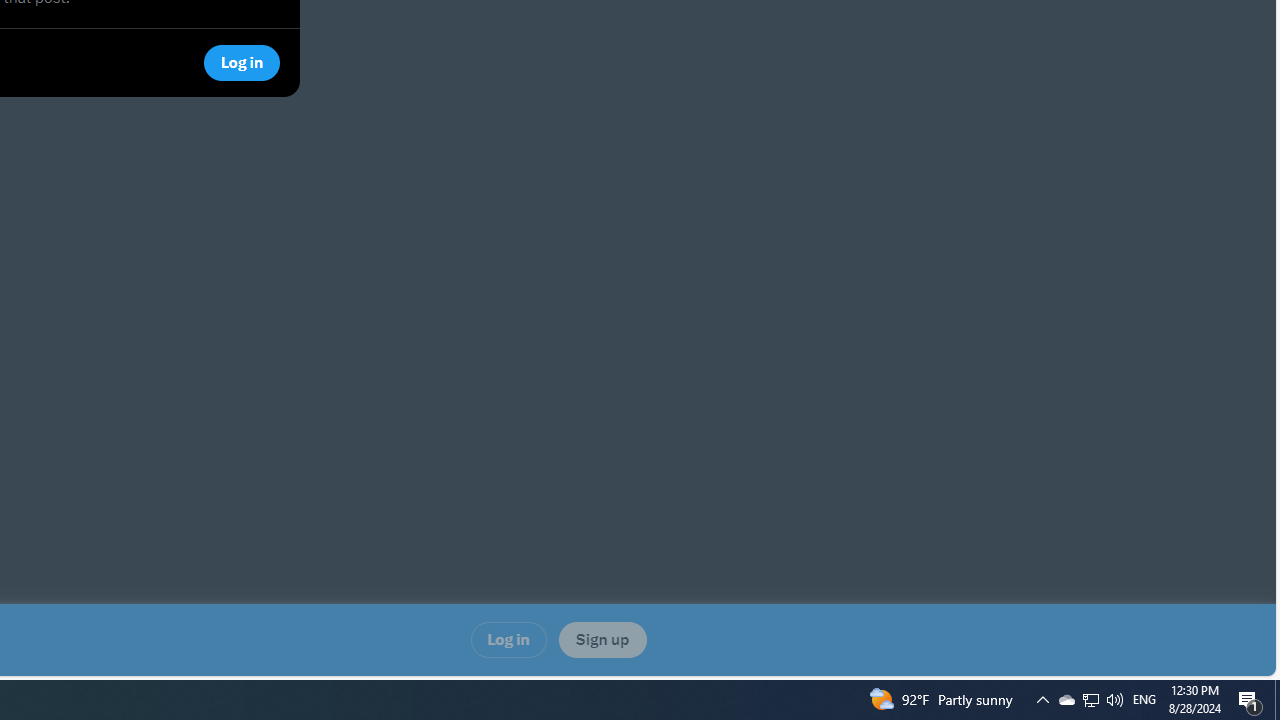 Image resolution: width=1280 pixels, height=720 pixels. I want to click on 'Tray Input Indicator - English (United States)', so click(1065, 698).